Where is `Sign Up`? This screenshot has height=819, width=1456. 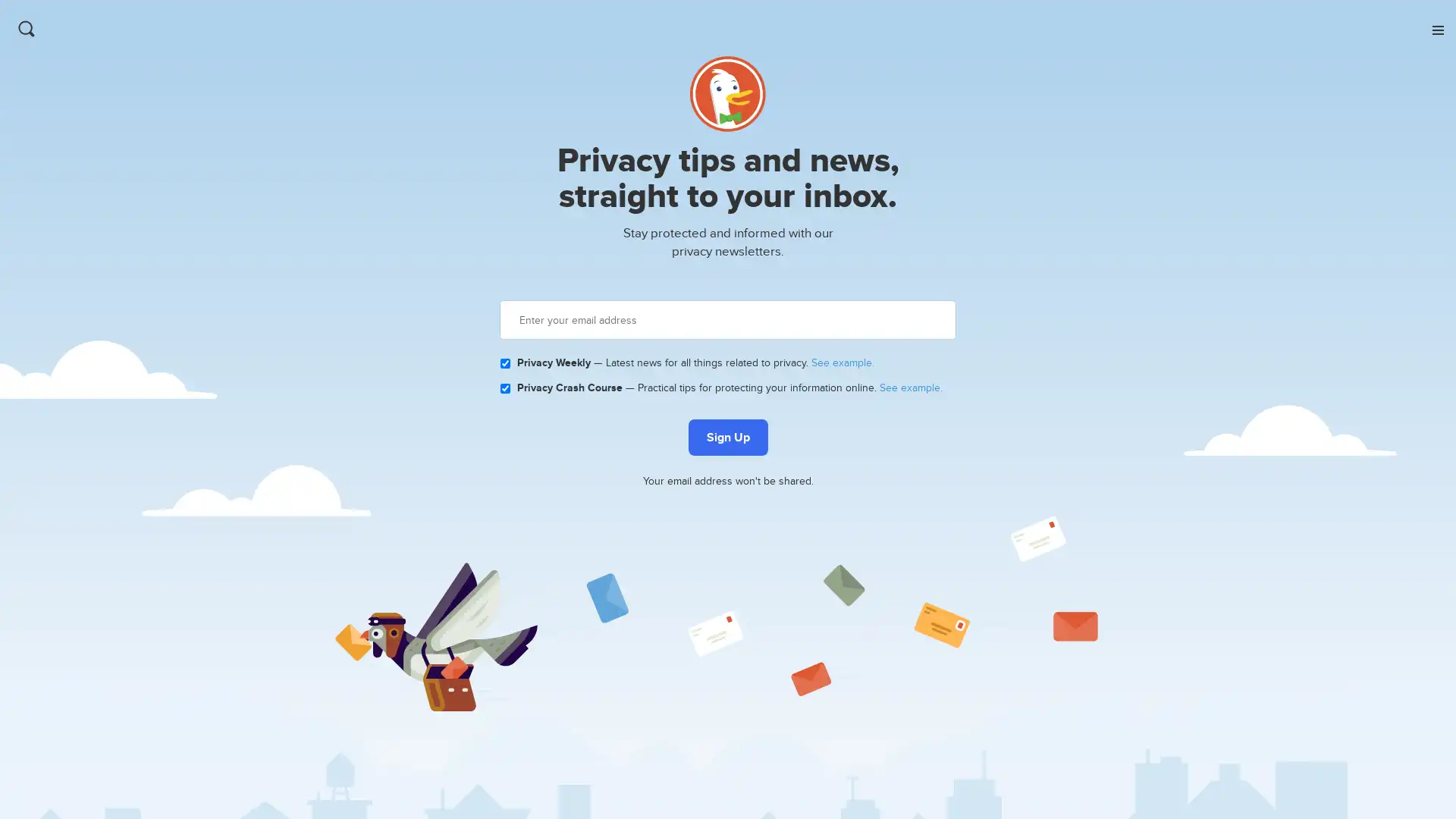 Sign Up is located at coordinates (726, 438).